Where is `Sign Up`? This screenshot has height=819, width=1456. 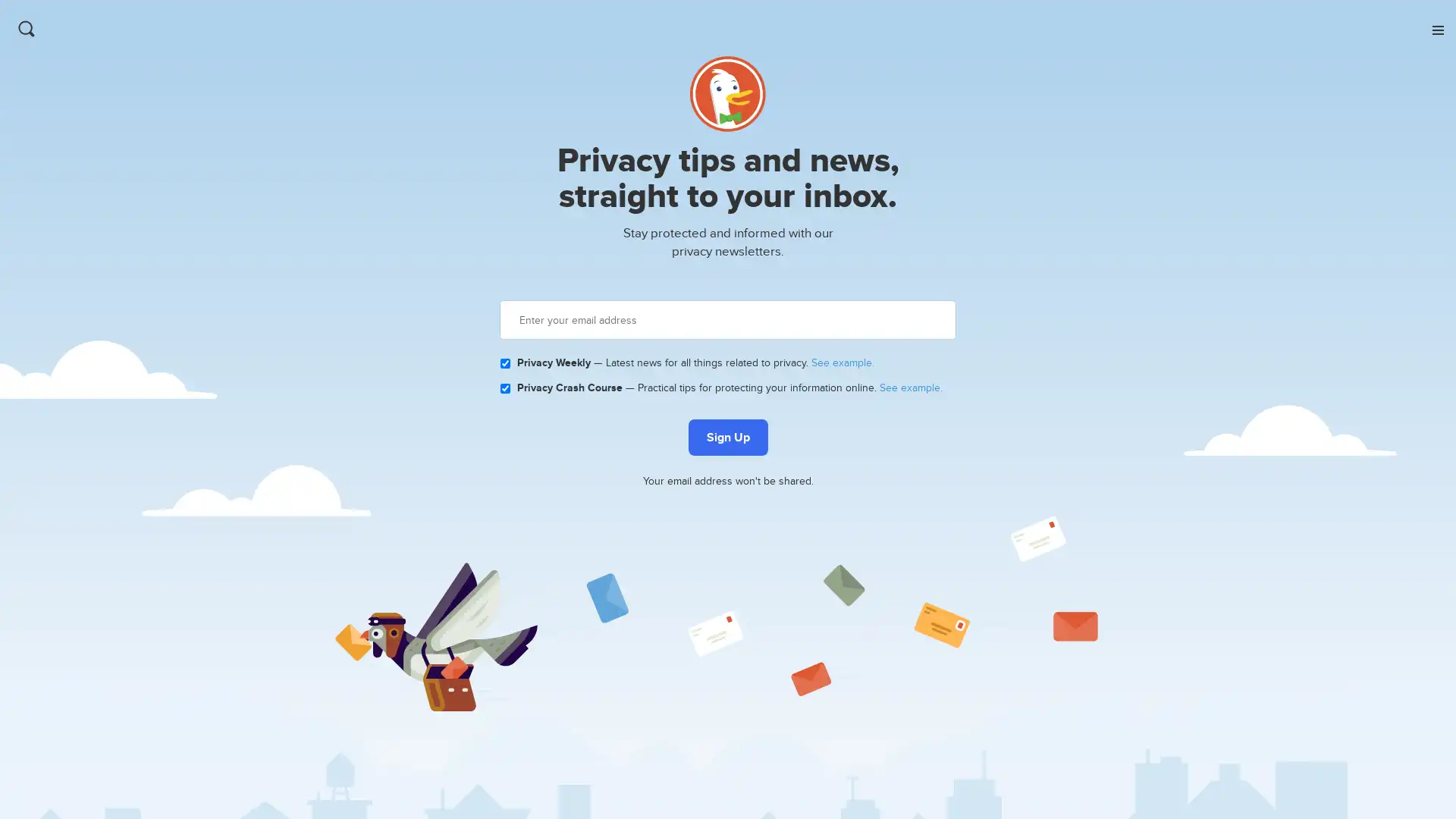 Sign Up is located at coordinates (726, 438).